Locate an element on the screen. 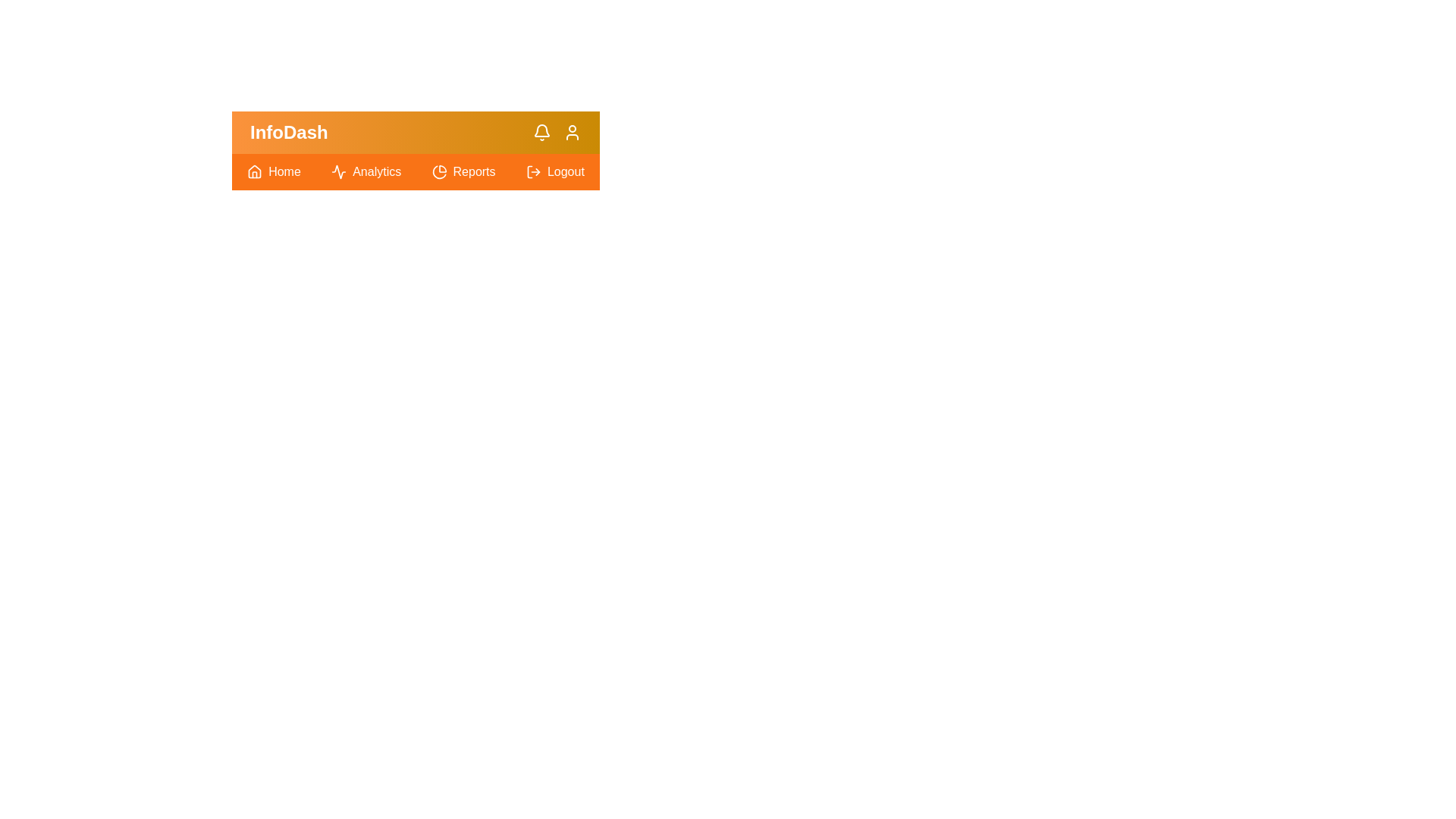 This screenshot has height=819, width=1456. the 'Reports' link to navigate to the reports page is located at coordinates (463, 171).